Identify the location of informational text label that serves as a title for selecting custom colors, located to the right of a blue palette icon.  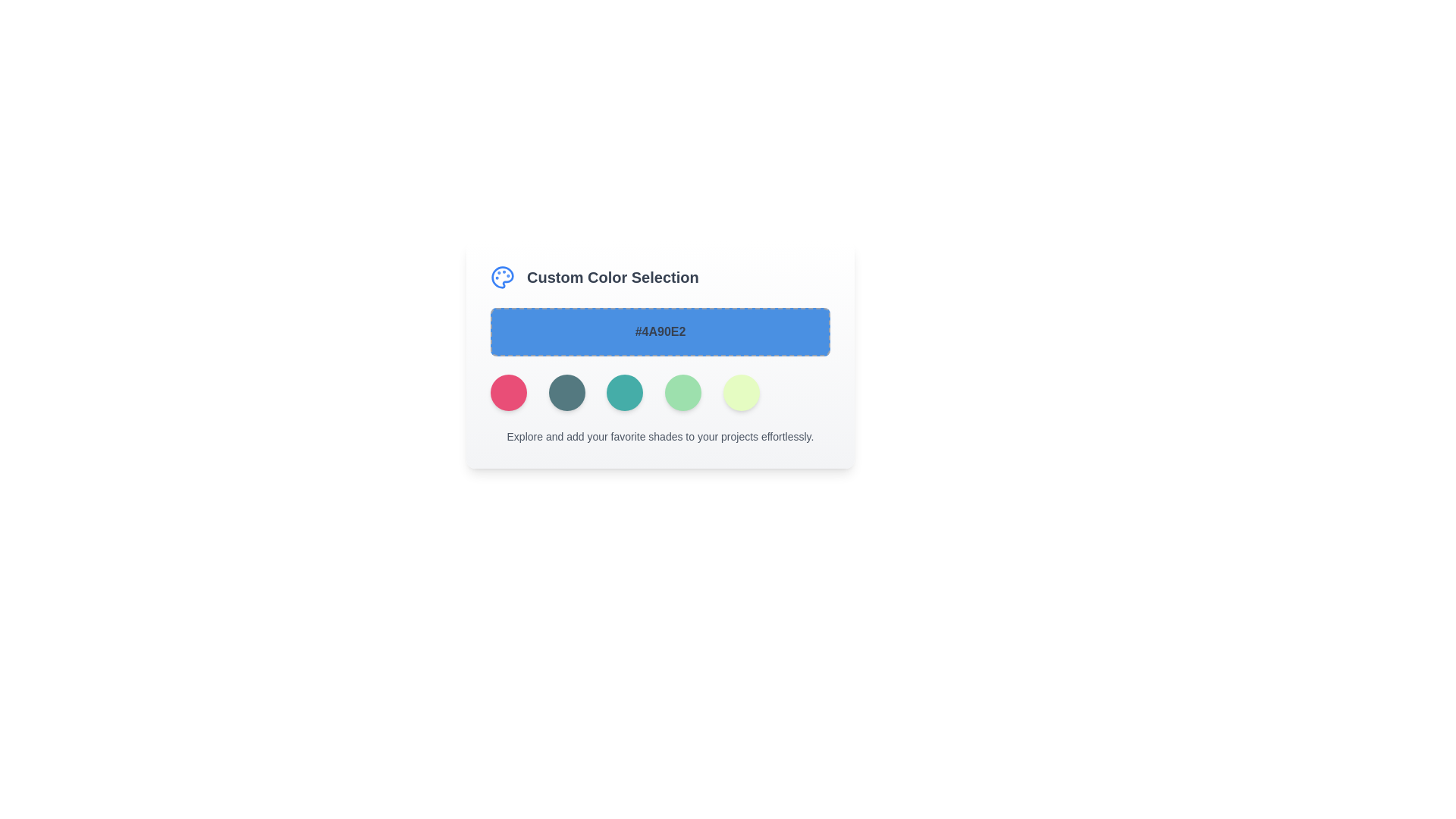
(613, 278).